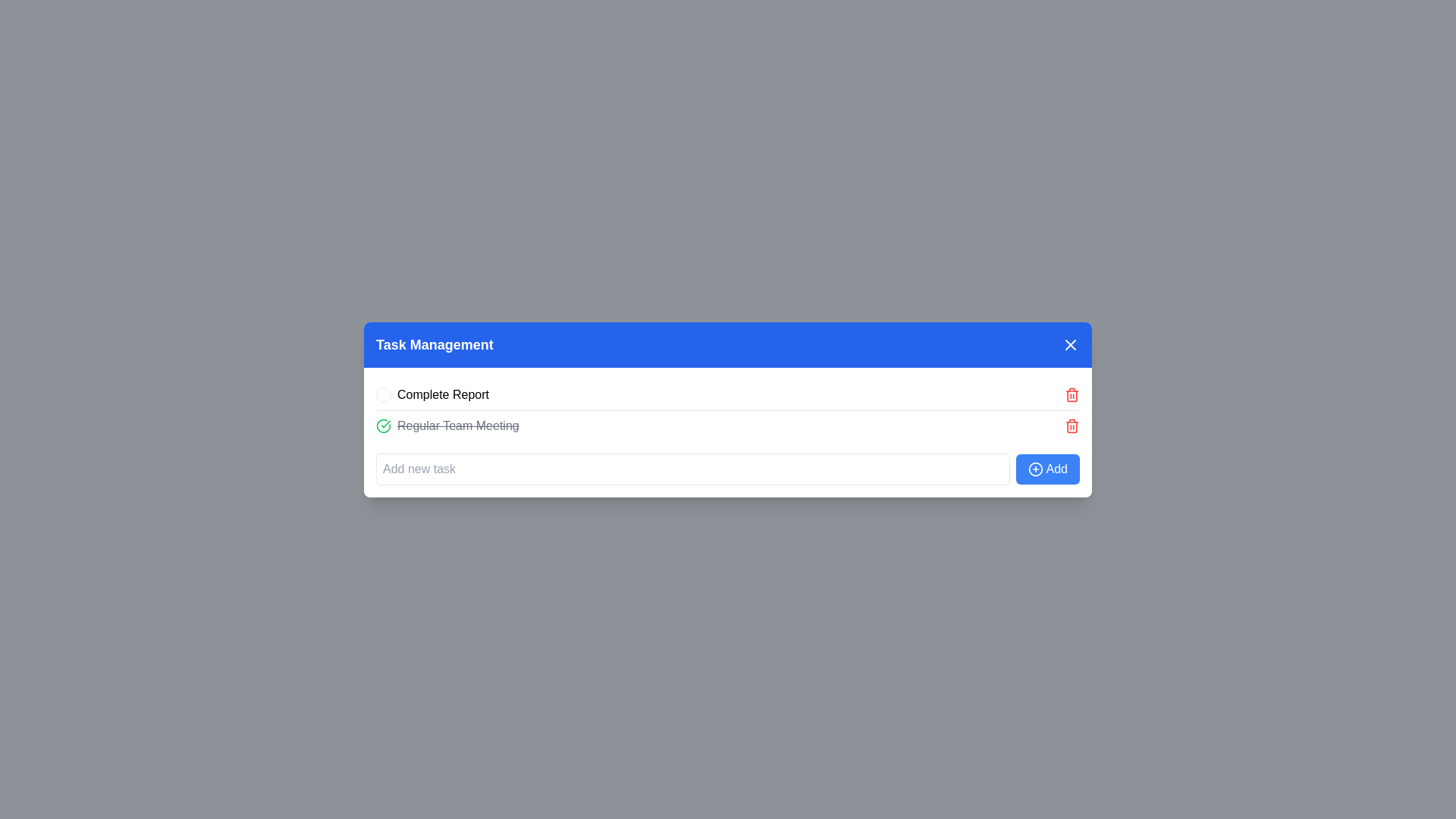 The image size is (1456, 819). I want to click on the red trash can icon button located at the far right of the 'Complete Report' row, so click(1072, 394).